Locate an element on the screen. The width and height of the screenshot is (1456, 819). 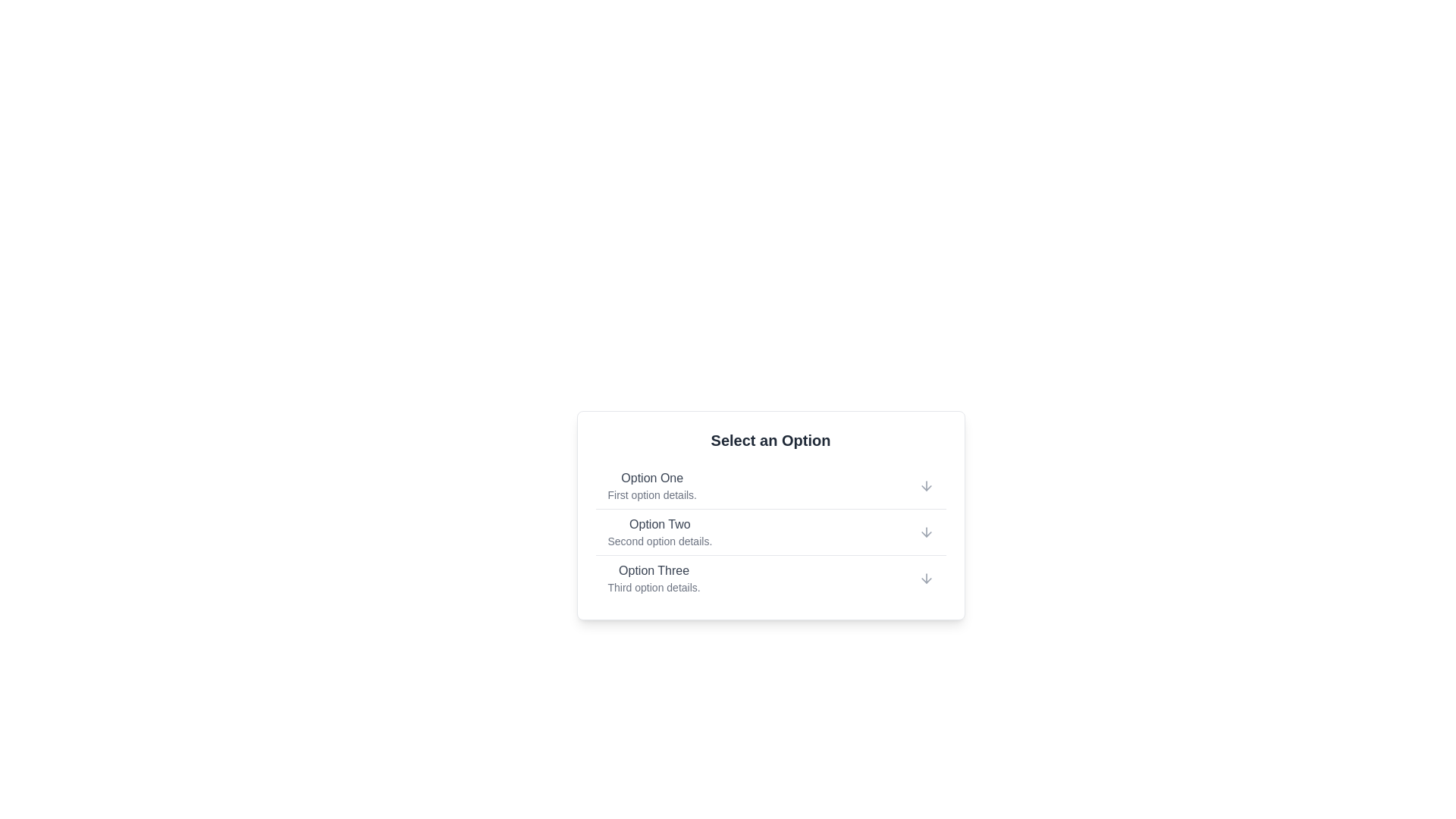
the static text element displaying 'Option Two', which is located in the second option block above the text 'Second option details' is located at coordinates (660, 523).